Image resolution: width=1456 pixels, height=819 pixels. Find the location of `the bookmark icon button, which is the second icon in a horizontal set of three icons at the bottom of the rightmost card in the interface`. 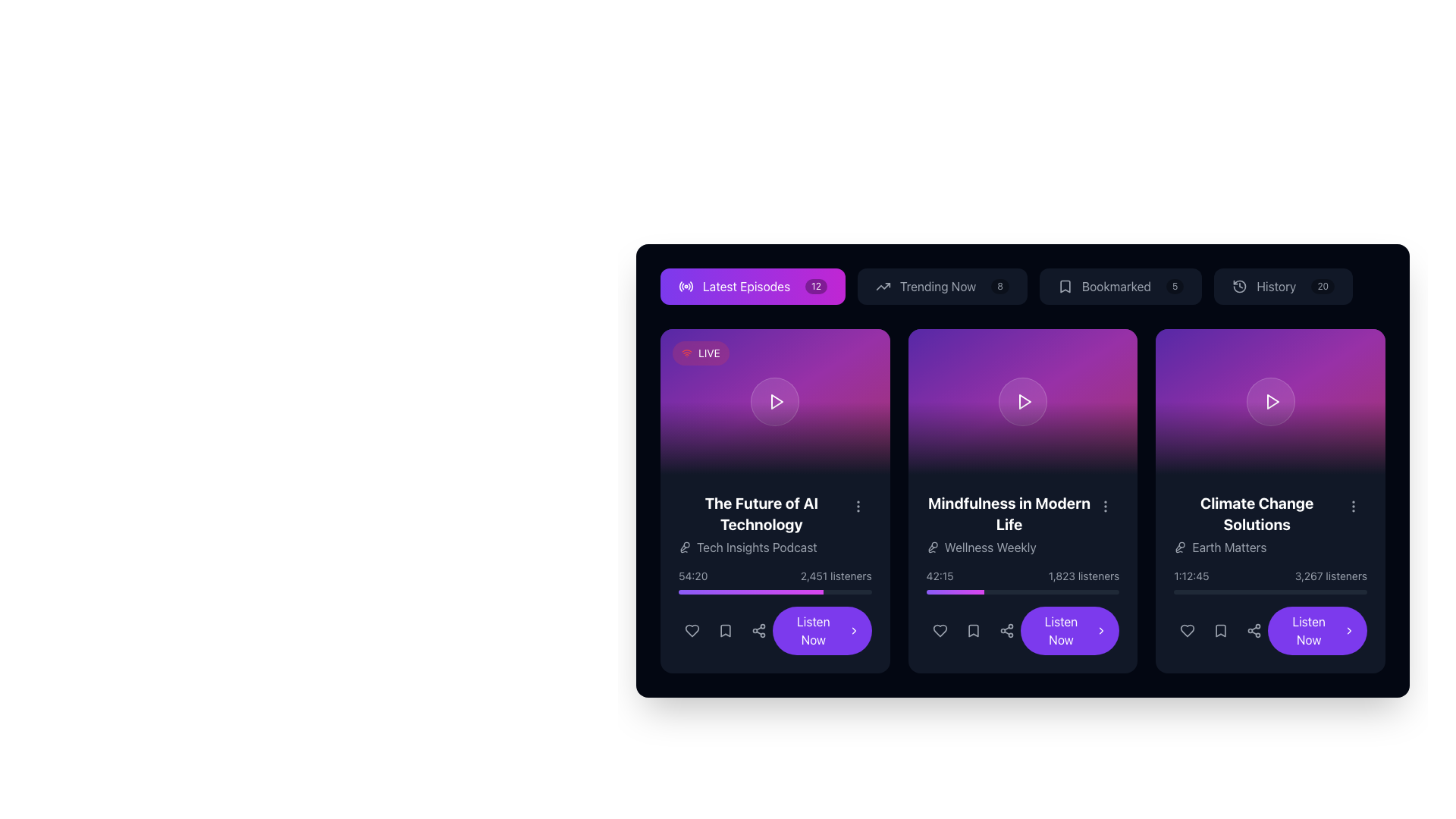

the bookmark icon button, which is the second icon in a horizontal set of three icons at the bottom of the rightmost card in the interface is located at coordinates (1221, 631).